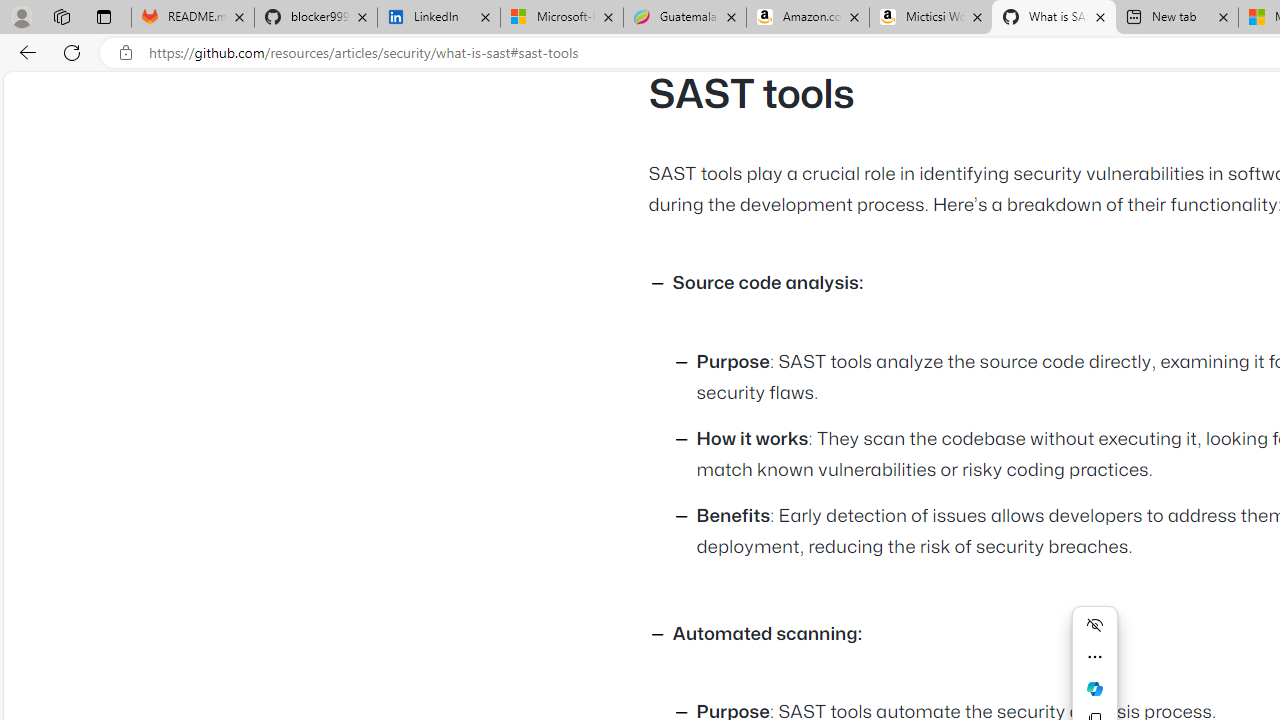  Describe the element at coordinates (1094, 623) in the screenshot. I see `'Hide menu'` at that location.